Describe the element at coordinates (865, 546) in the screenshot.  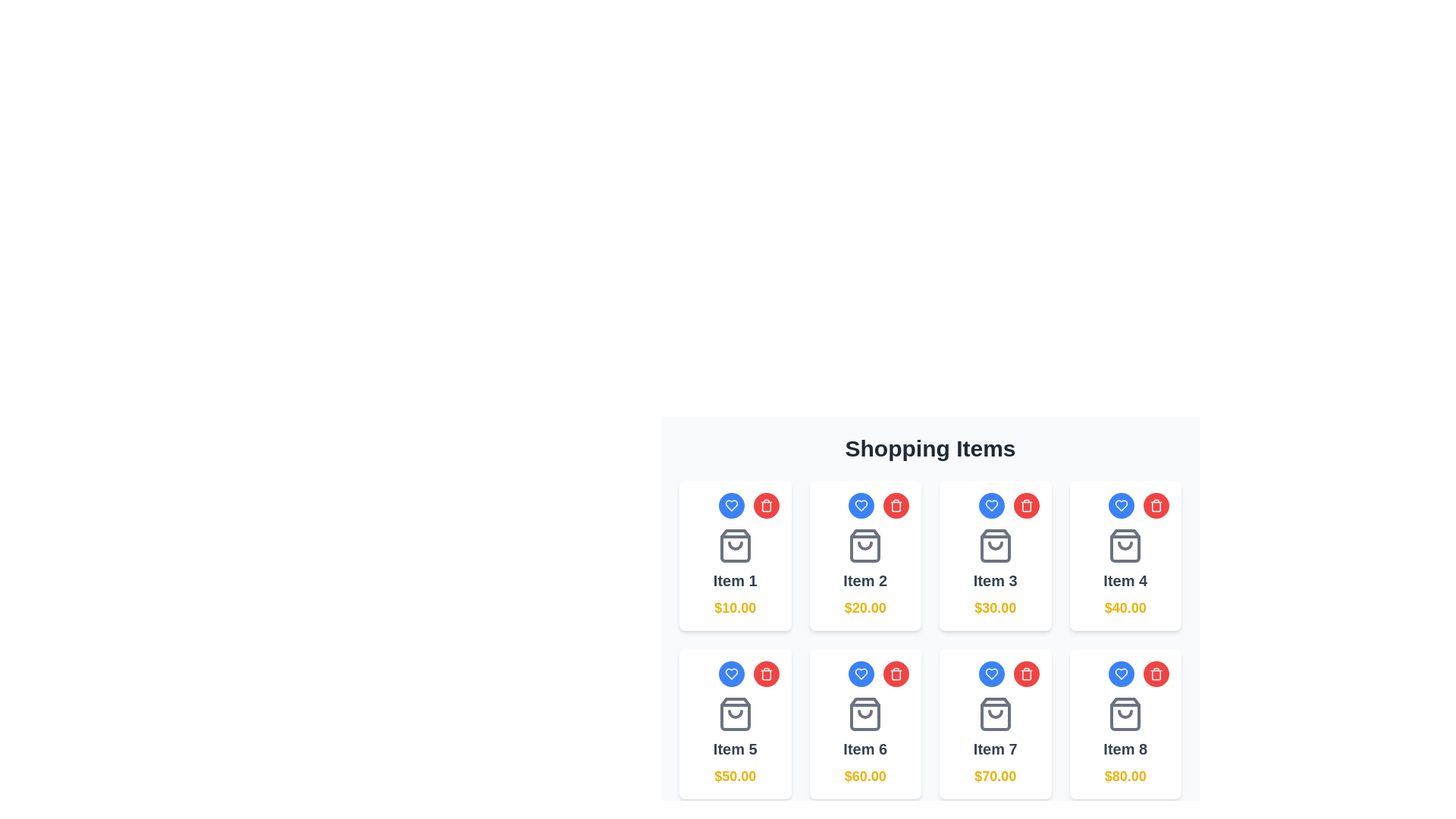
I see `the shopping bag icon located in the second column of the first row, directly above 'Item 2' priced at '$20.00'` at that location.